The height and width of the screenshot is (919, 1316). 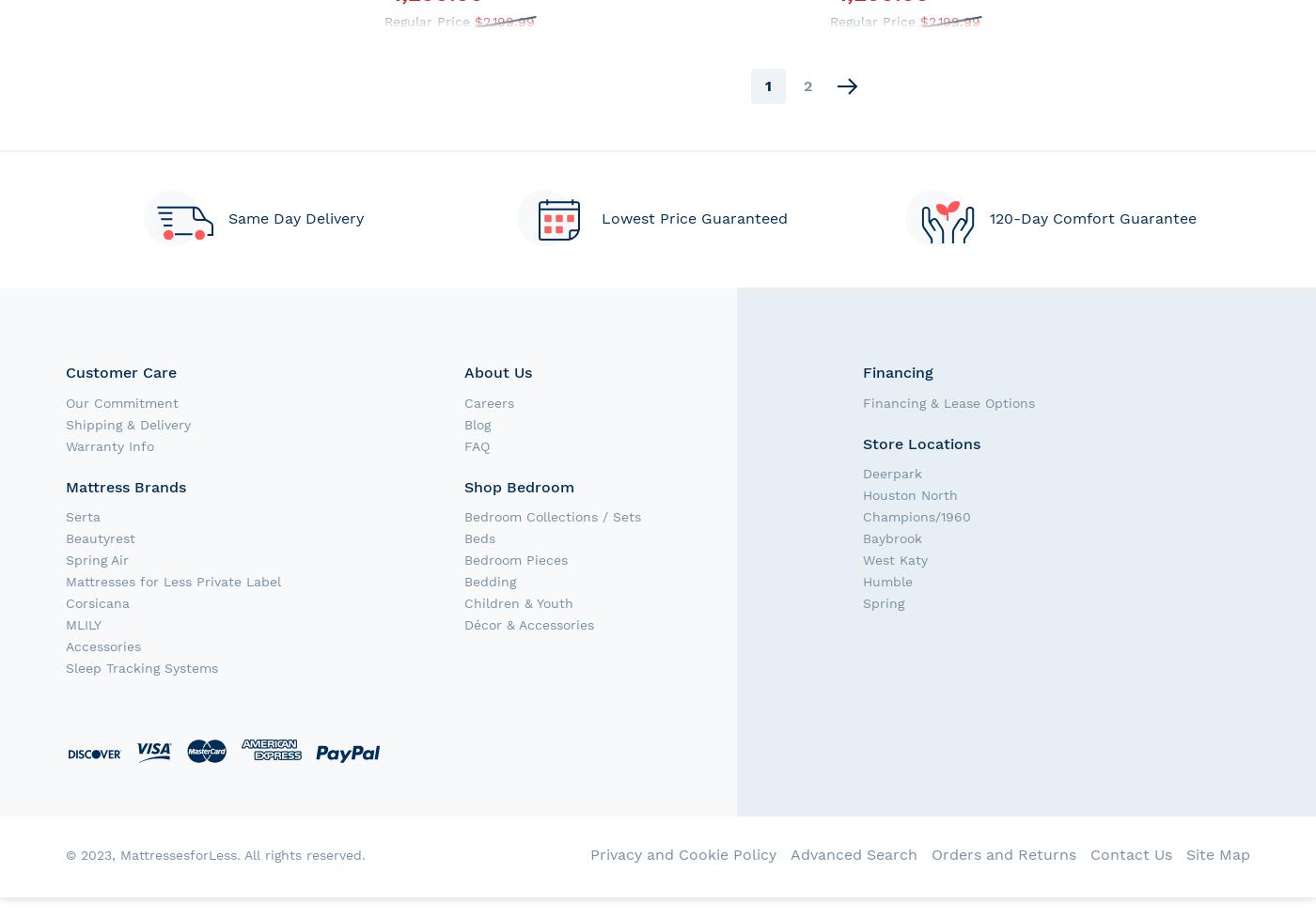 I want to click on 'Site Map', so click(x=1217, y=853).